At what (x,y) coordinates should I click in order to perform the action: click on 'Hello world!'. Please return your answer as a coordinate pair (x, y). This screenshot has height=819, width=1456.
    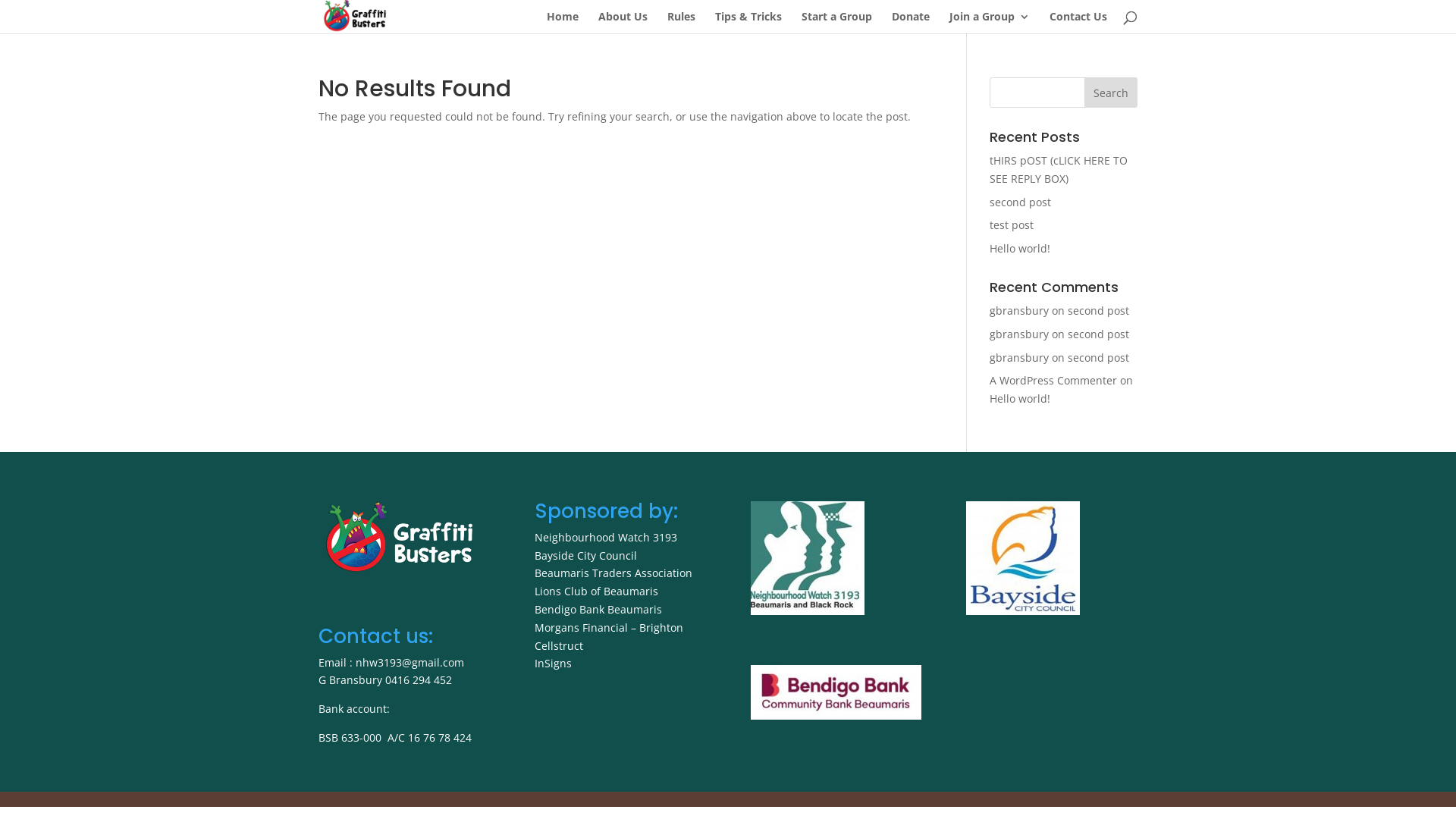
    Looking at the image, I should click on (1019, 397).